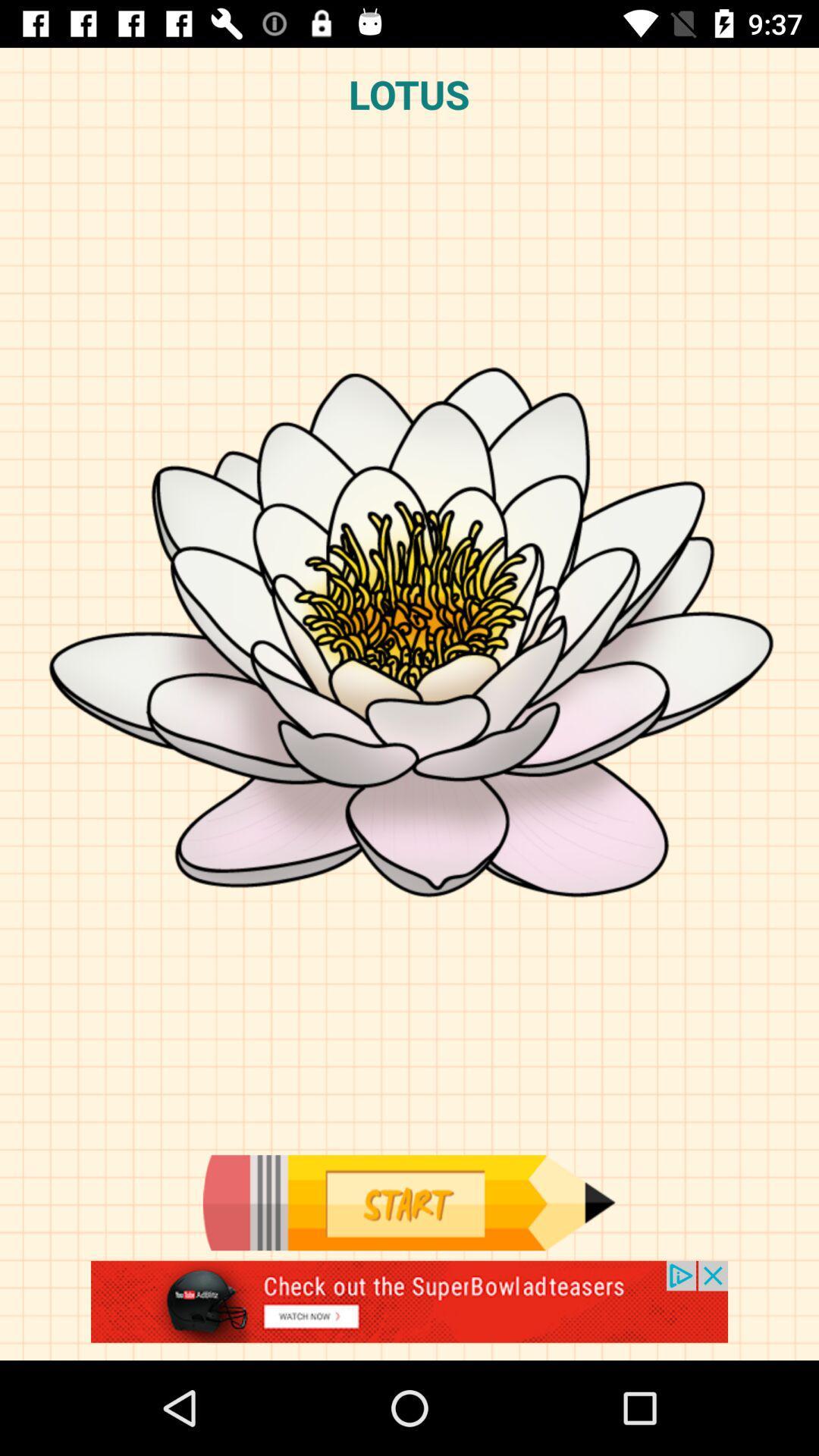  What do you see at coordinates (408, 1202) in the screenshot?
I see `start game` at bounding box center [408, 1202].